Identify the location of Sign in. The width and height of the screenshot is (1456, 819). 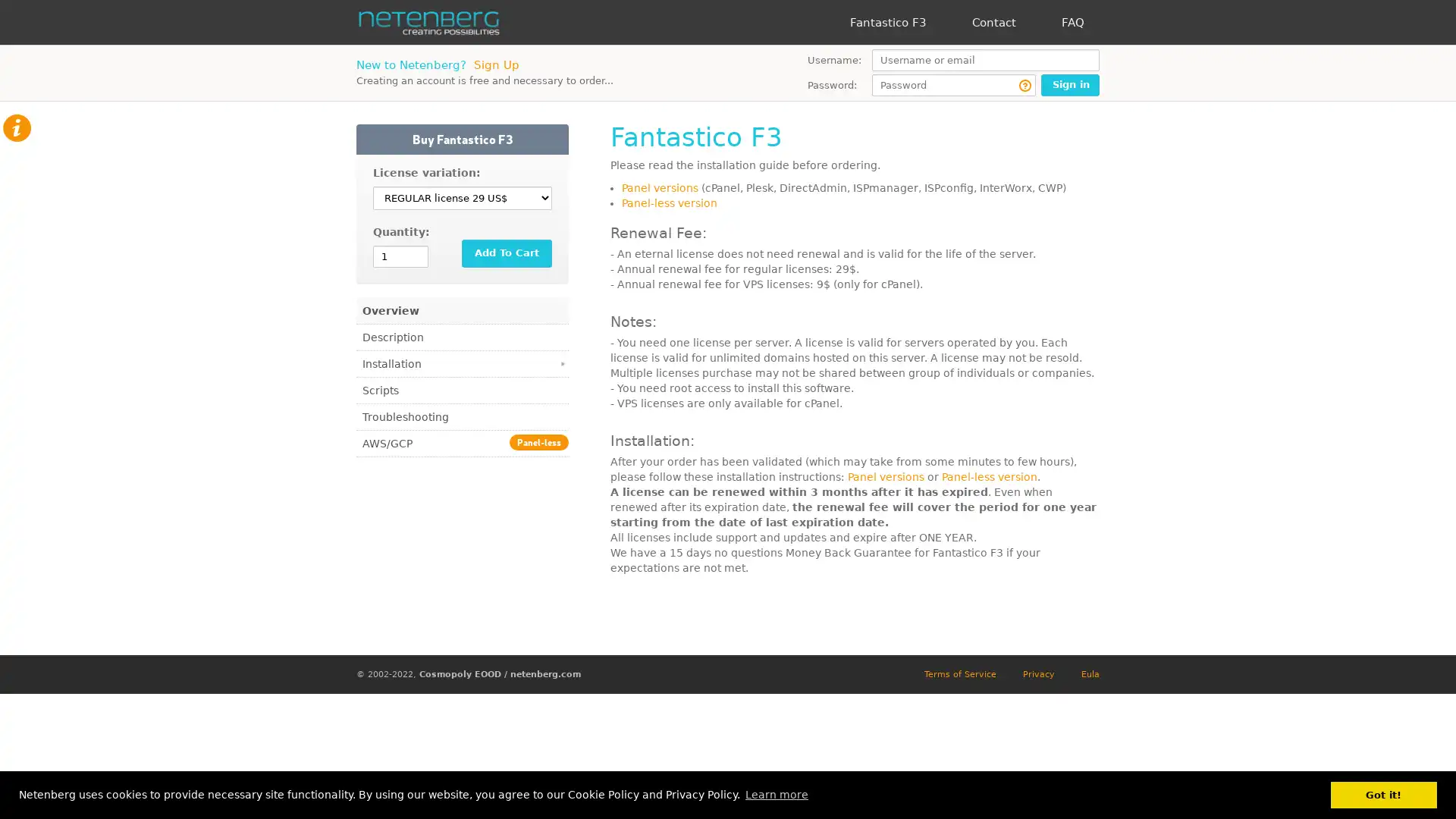
(1069, 85).